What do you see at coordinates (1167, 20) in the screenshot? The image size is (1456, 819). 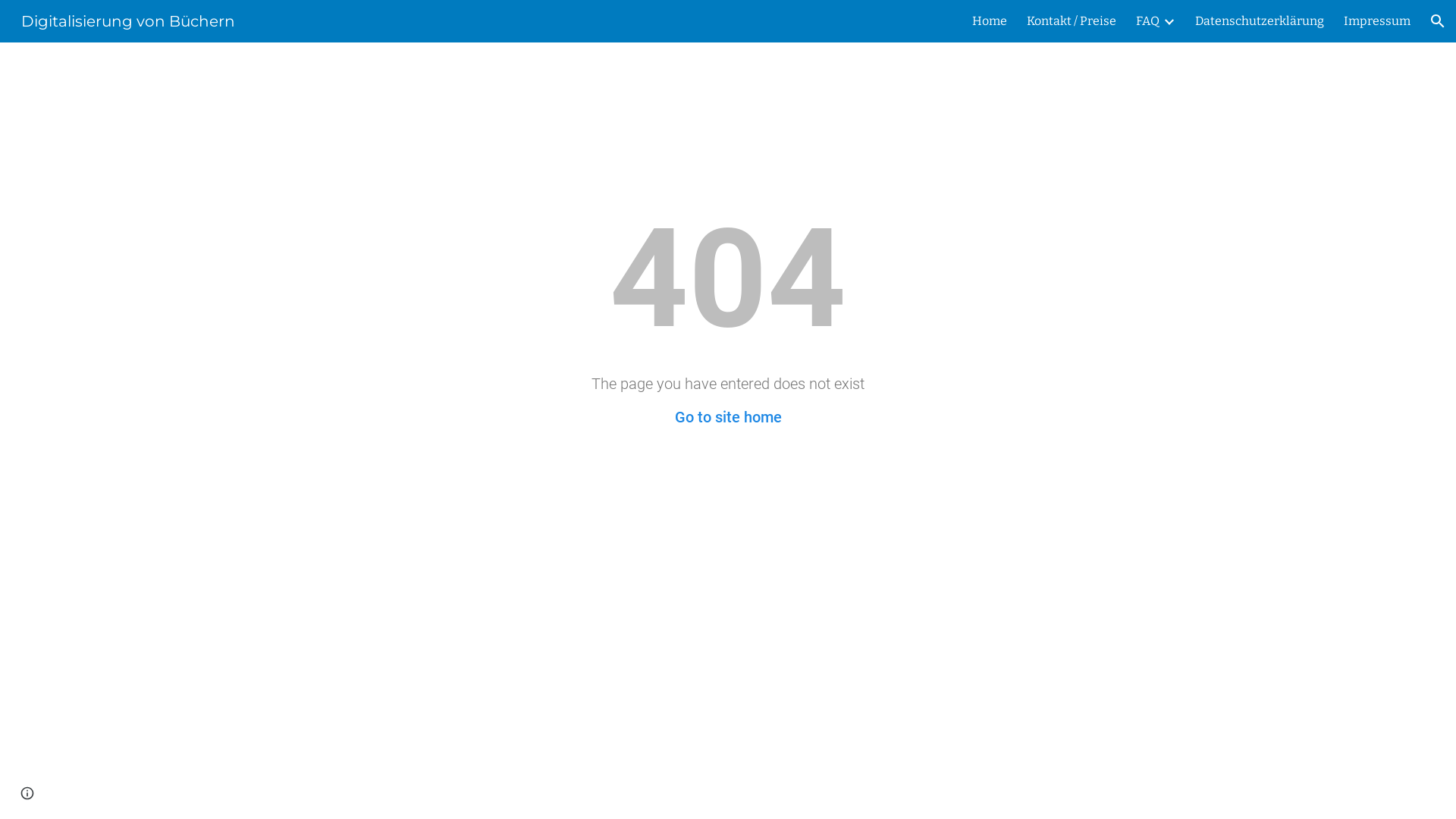 I see `'Expand/Collapse'` at bounding box center [1167, 20].